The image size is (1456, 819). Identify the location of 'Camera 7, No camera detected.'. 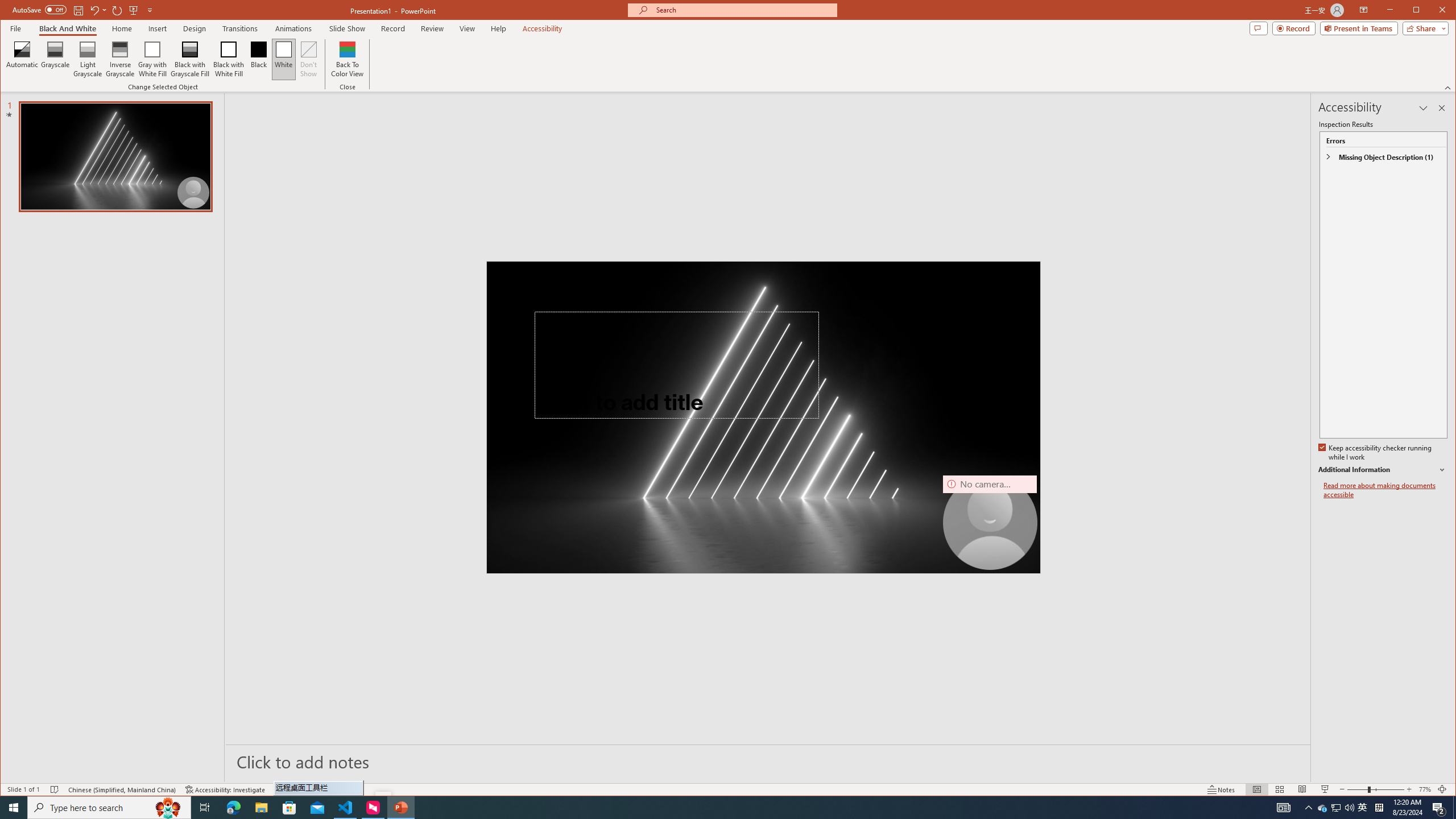
(990, 522).